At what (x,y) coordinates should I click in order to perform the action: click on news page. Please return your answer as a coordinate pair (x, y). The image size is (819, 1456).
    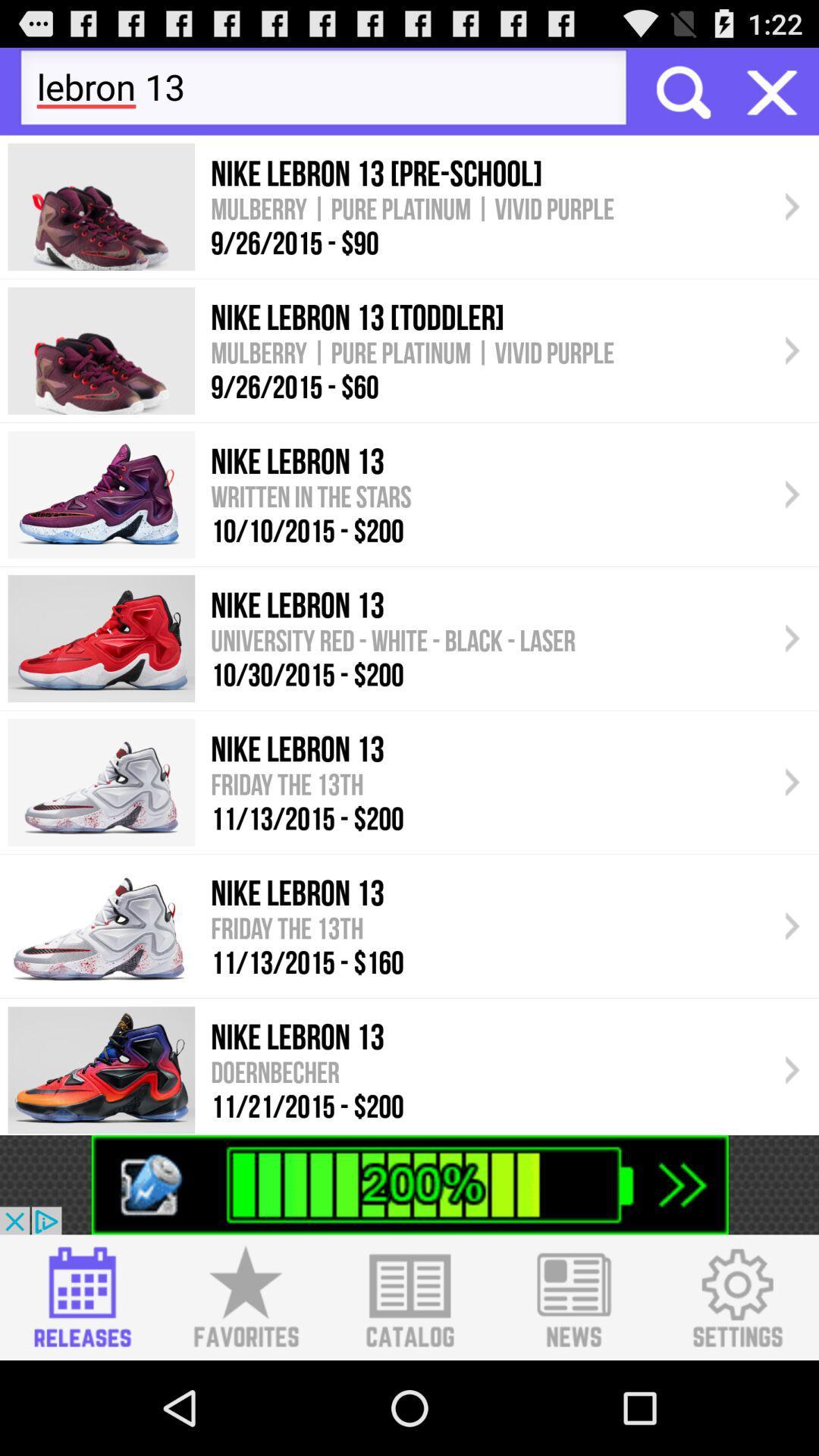
    Looking at the image, I should click on (573, 1297).